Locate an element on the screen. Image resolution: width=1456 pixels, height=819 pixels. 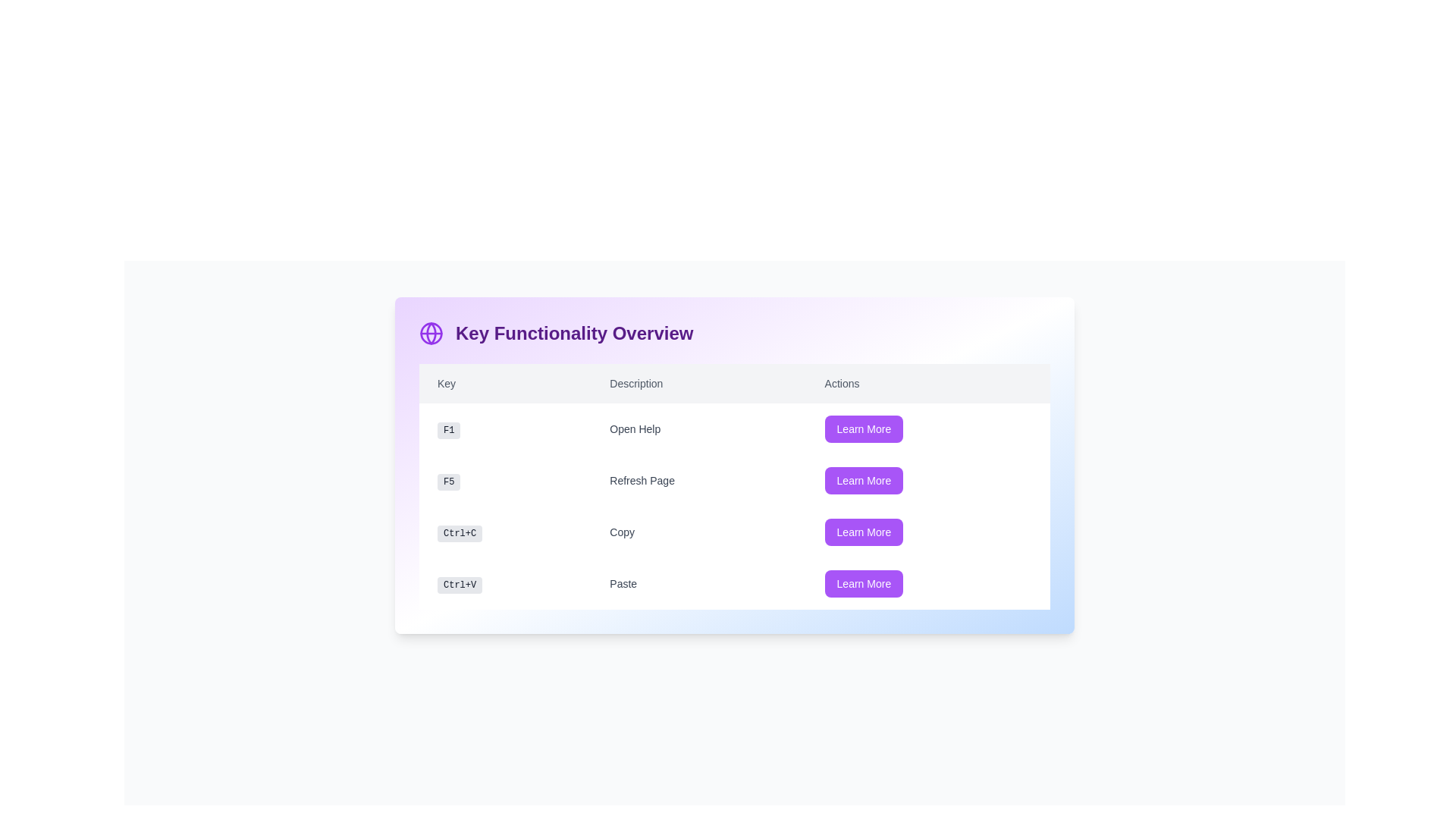
the decorative globe icon styled with a purple hue, located to the left of the title text 'Key Functionality Overview' in the header segment is located at coordinates (431, 332).